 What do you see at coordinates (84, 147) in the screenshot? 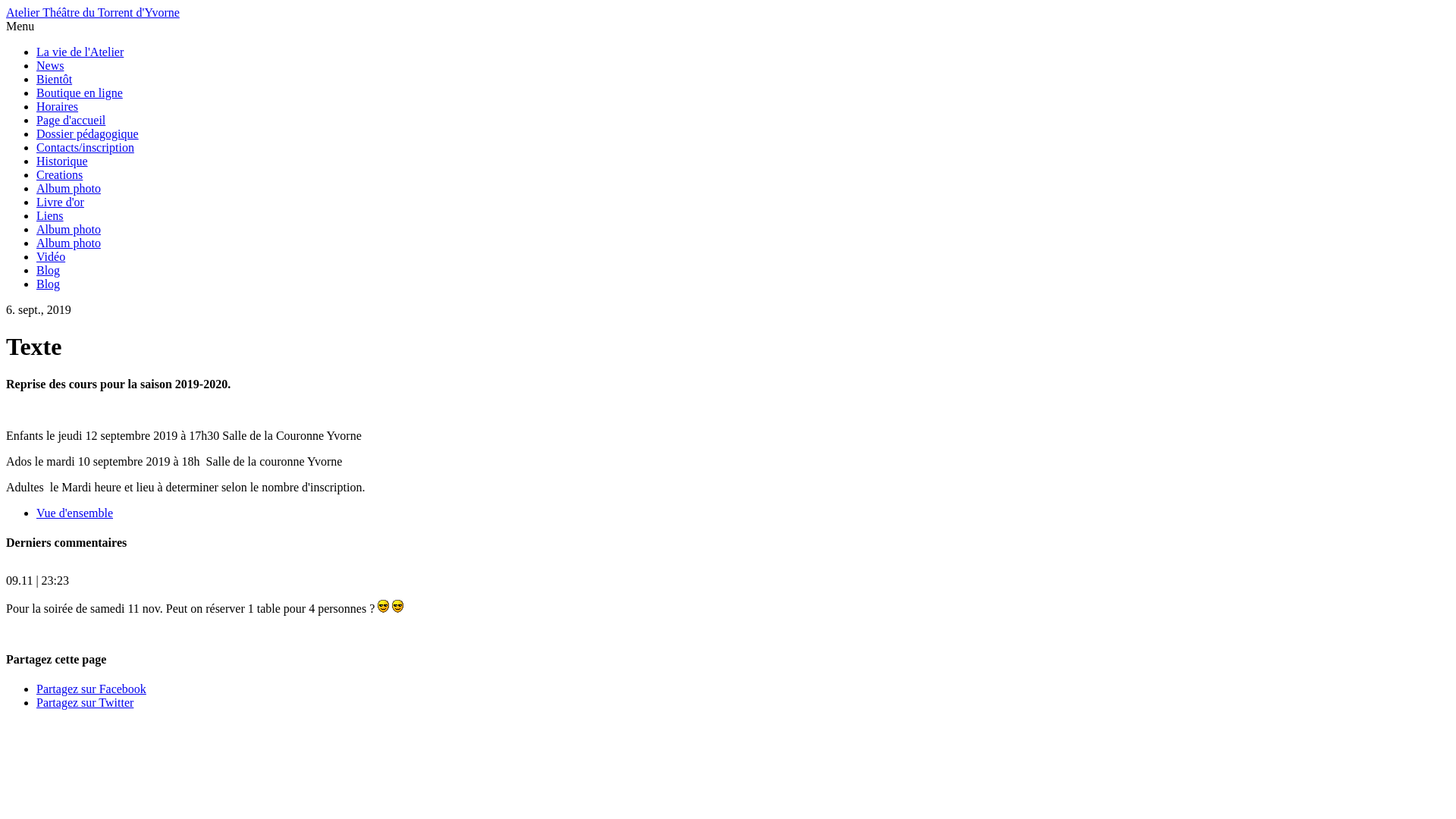
I see `'Contacts/inscription'` at bounding box center [84, 147].